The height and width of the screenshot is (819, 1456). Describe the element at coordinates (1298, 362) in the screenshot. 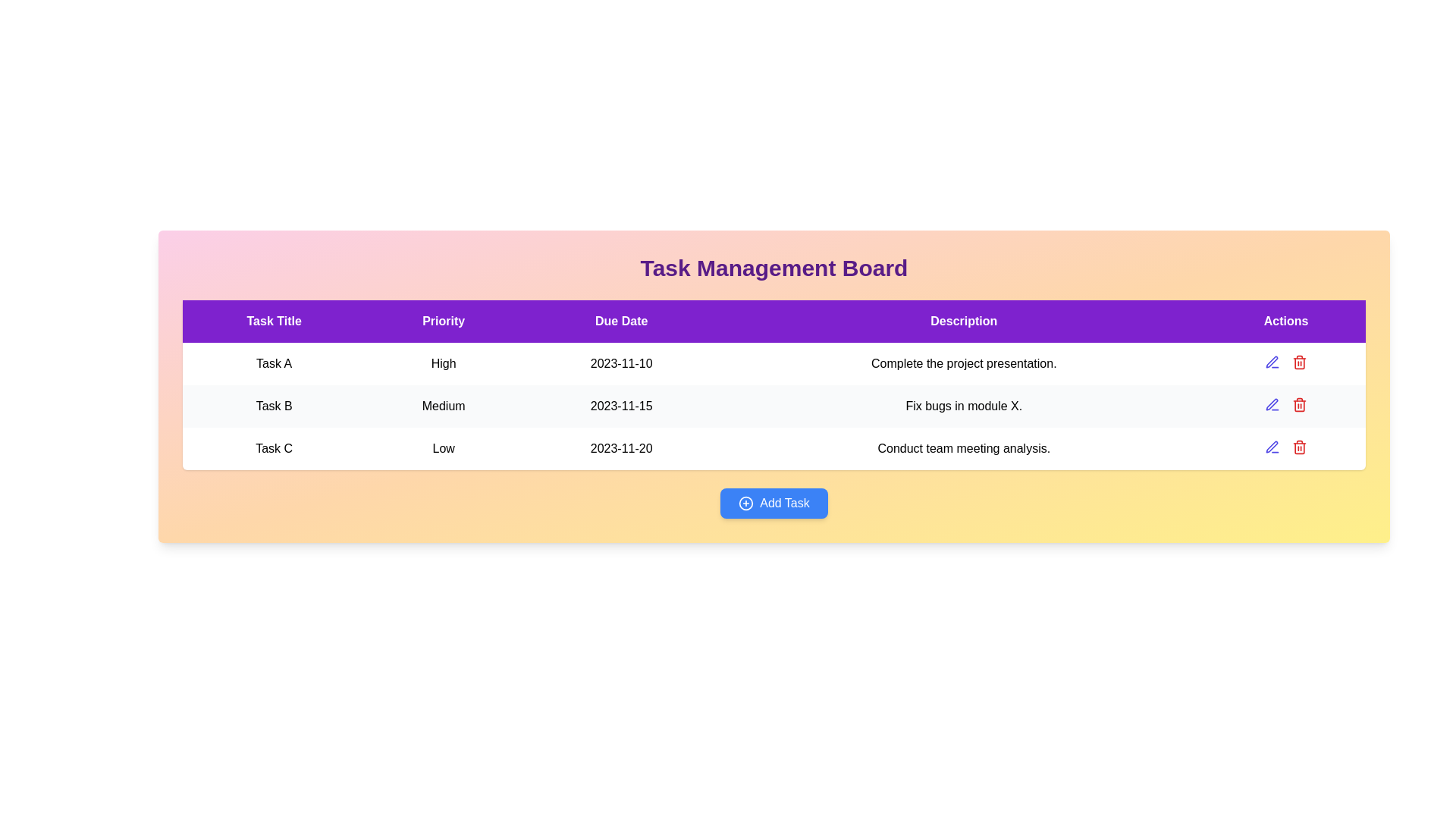

I see `the red trash can icon representing the delete action, located` at that location.